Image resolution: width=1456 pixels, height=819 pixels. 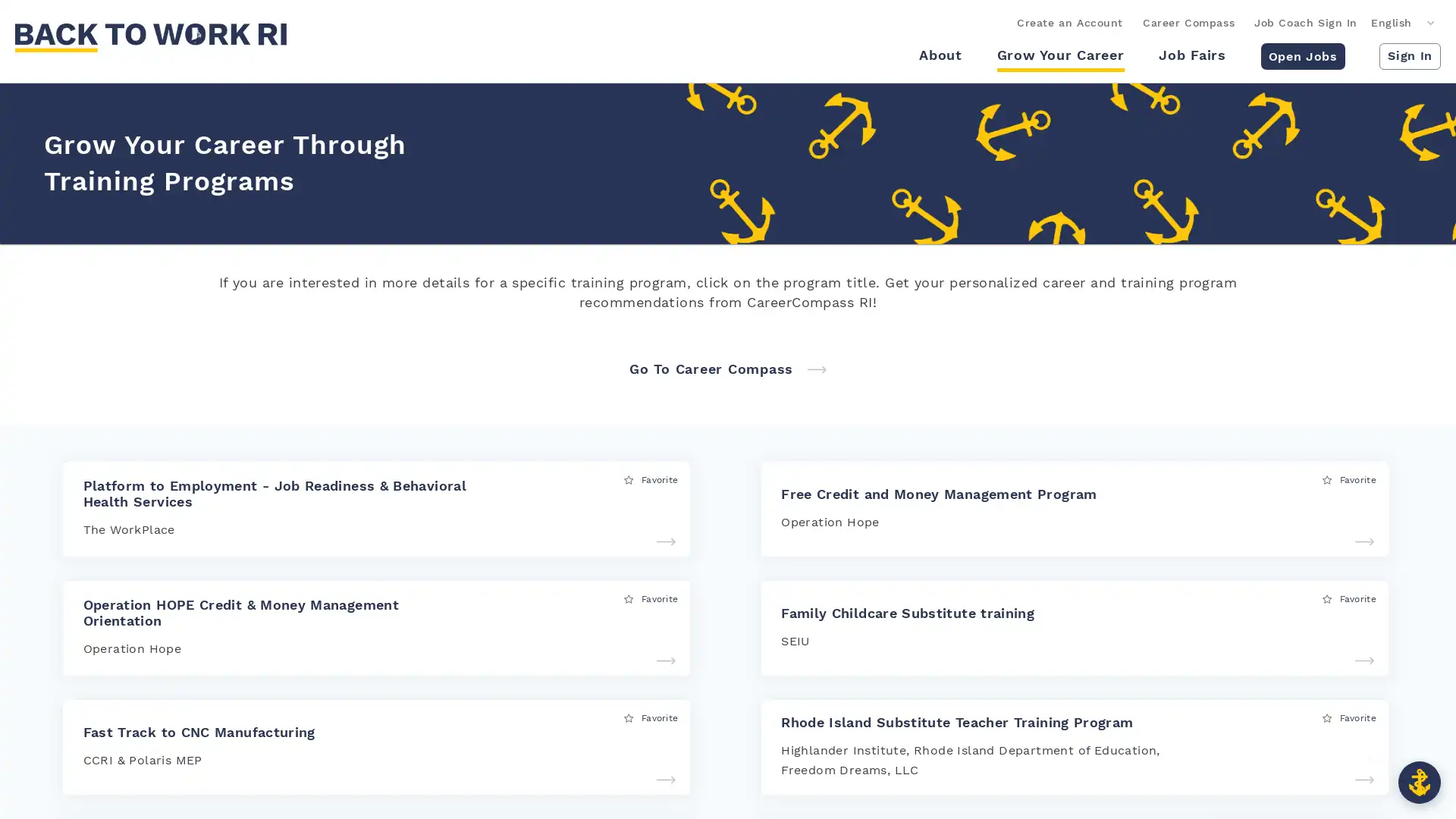 What do you see at coordinates (1349, 598) in the screenshot?
I see `not favorite Favorite` at bounding box center [1349, 598].